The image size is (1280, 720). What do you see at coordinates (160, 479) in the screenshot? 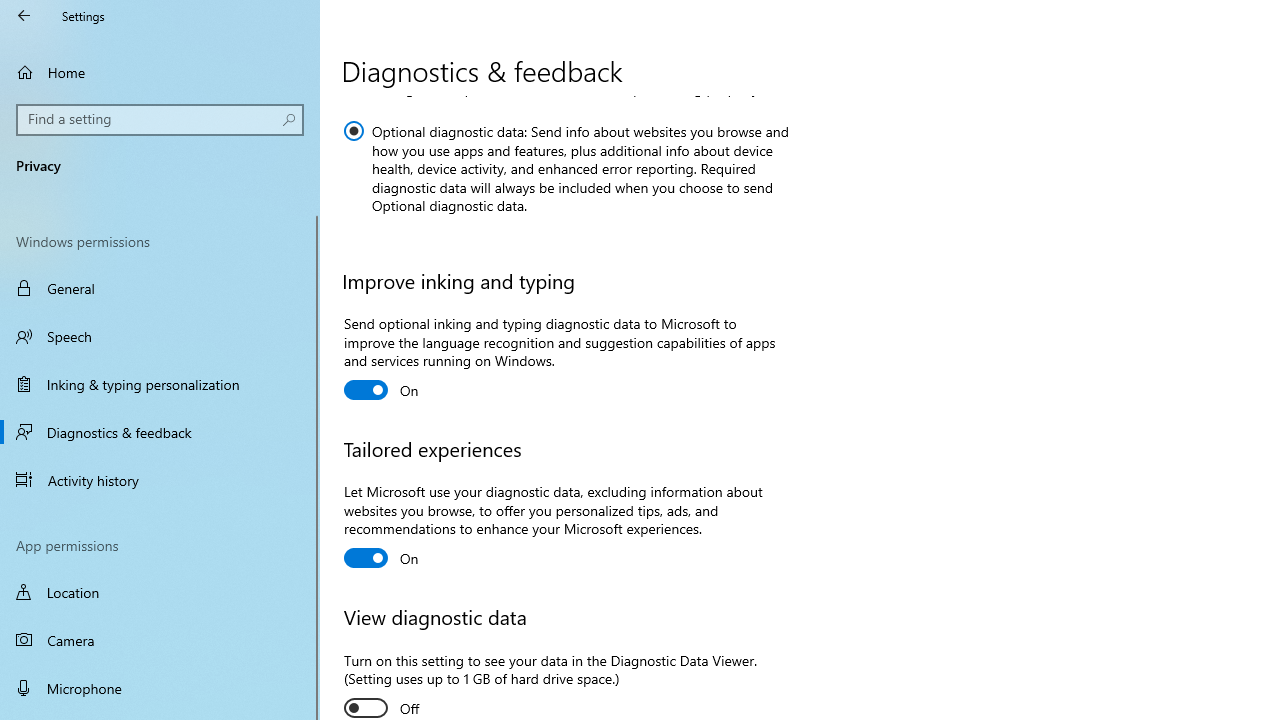
I see `'Activity history'` at bounding box center [160, 479].